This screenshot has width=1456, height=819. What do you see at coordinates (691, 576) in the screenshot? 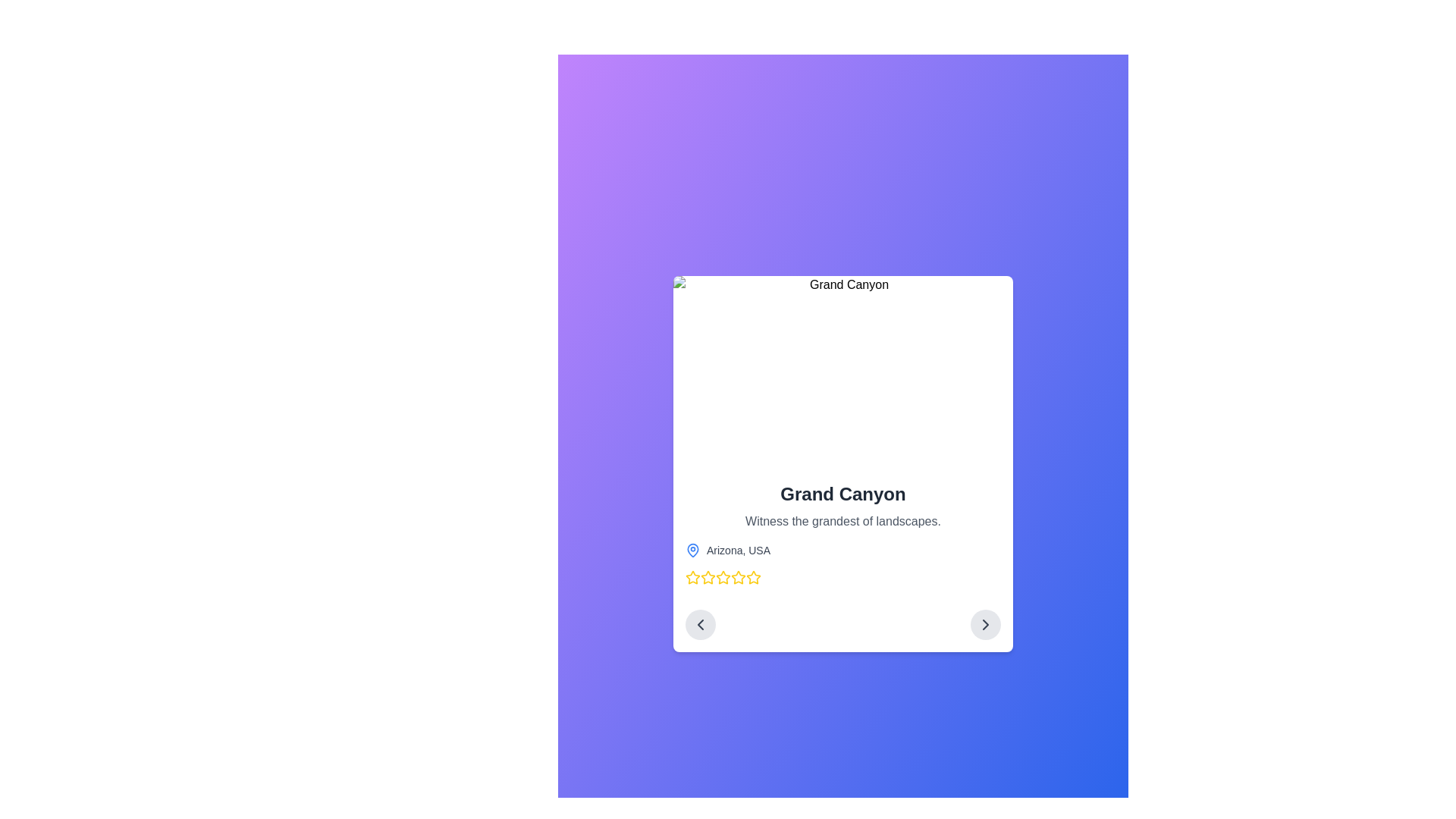
I see `the first star icon (SVG star) located below 'Arizona, USA'` at bounding box center [691, 576].